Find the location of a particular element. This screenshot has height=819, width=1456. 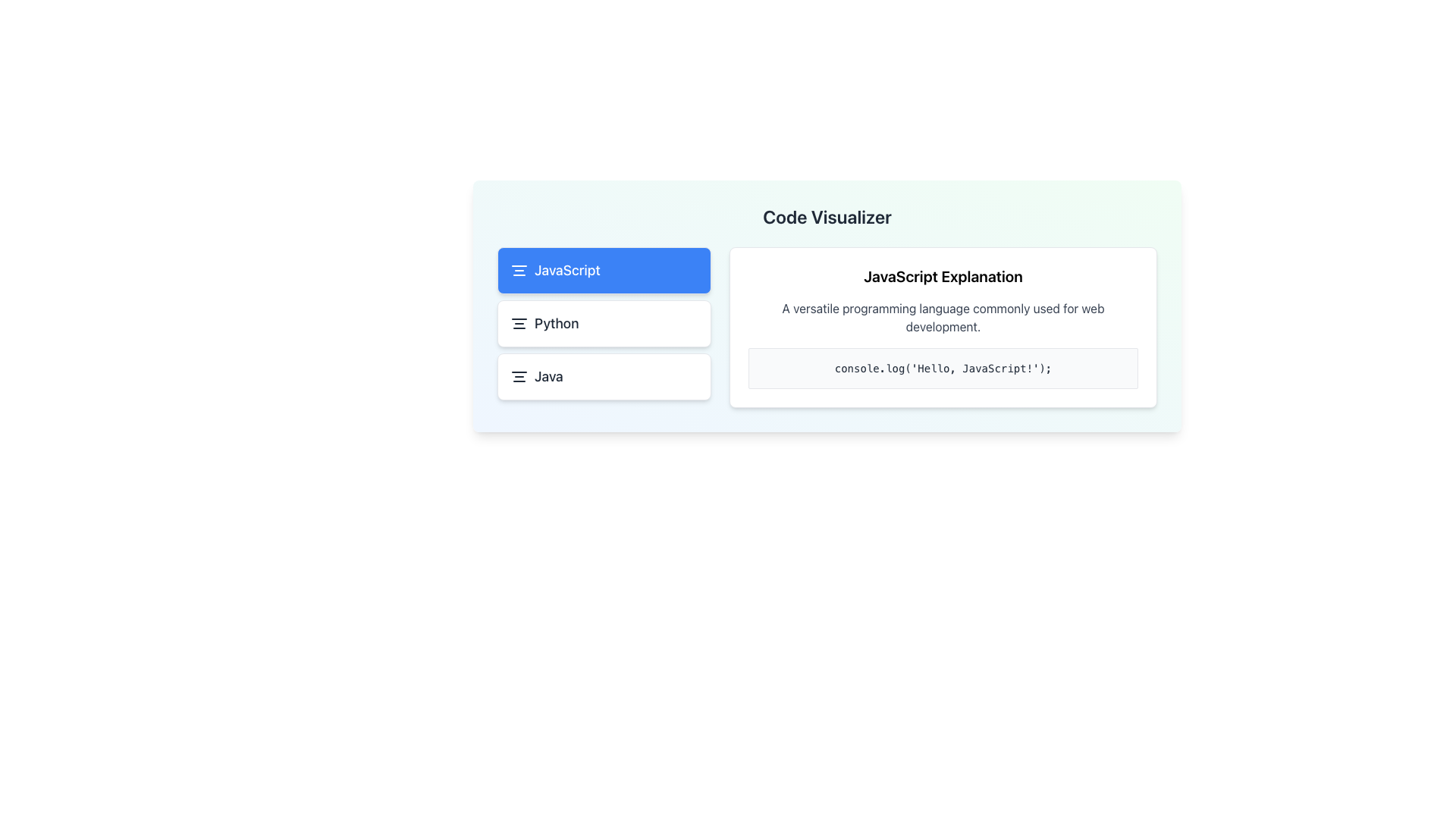

the second selectable button in the programming language selection interface is located at coordinates (603, 323).